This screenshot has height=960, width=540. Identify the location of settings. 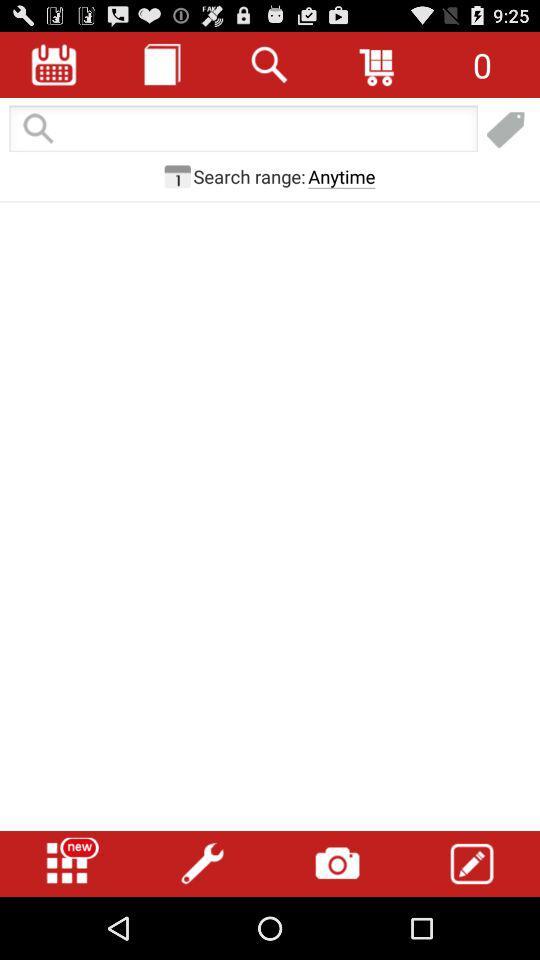
(202, 863).